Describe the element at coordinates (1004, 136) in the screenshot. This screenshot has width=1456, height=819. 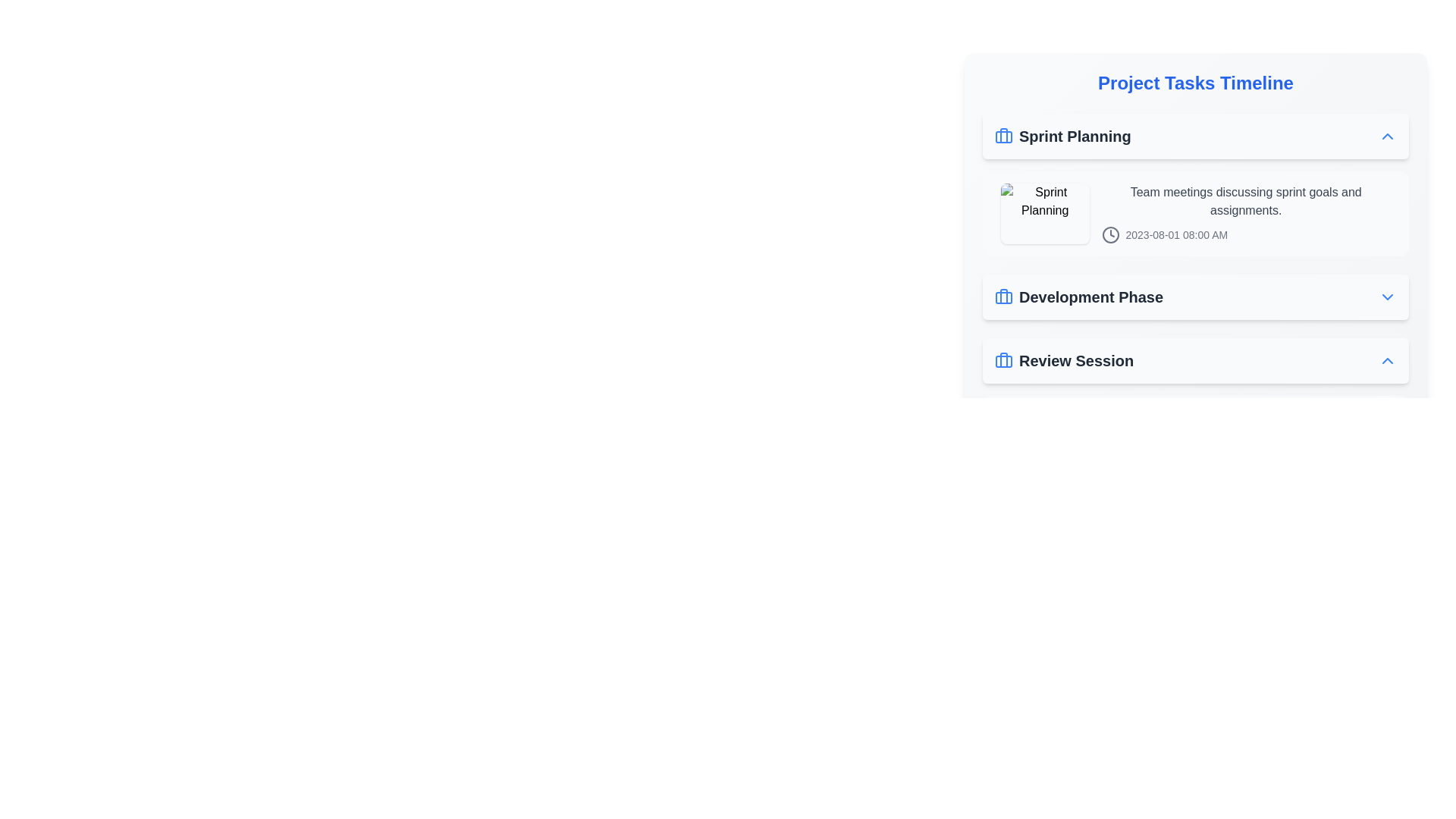
I see `the icon representing the 'Sprint Planning' section, located at the leftmost side before the text 'Sprint Planning'` at that location.